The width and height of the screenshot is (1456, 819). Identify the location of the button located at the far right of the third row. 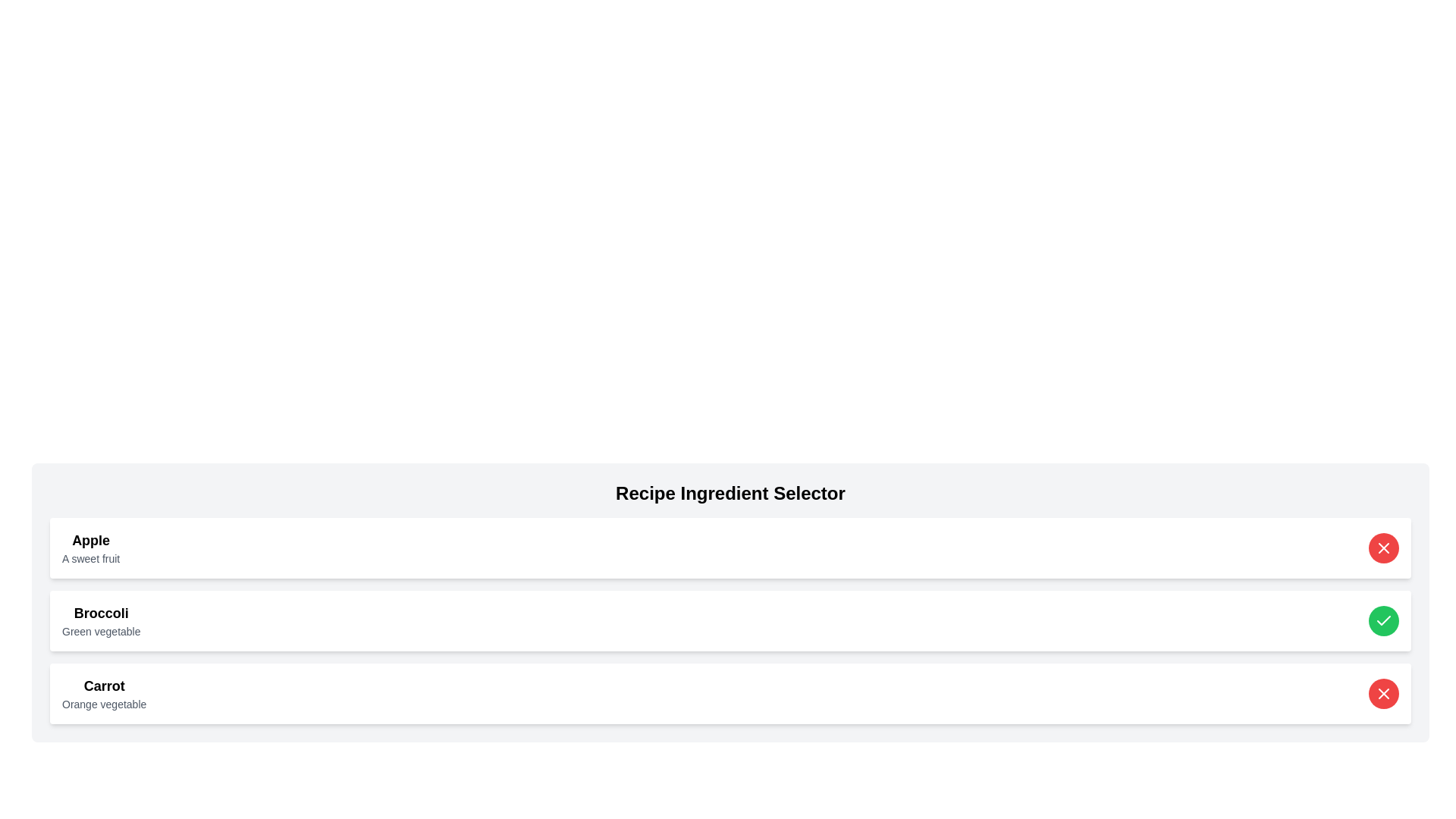
(1383, 693).